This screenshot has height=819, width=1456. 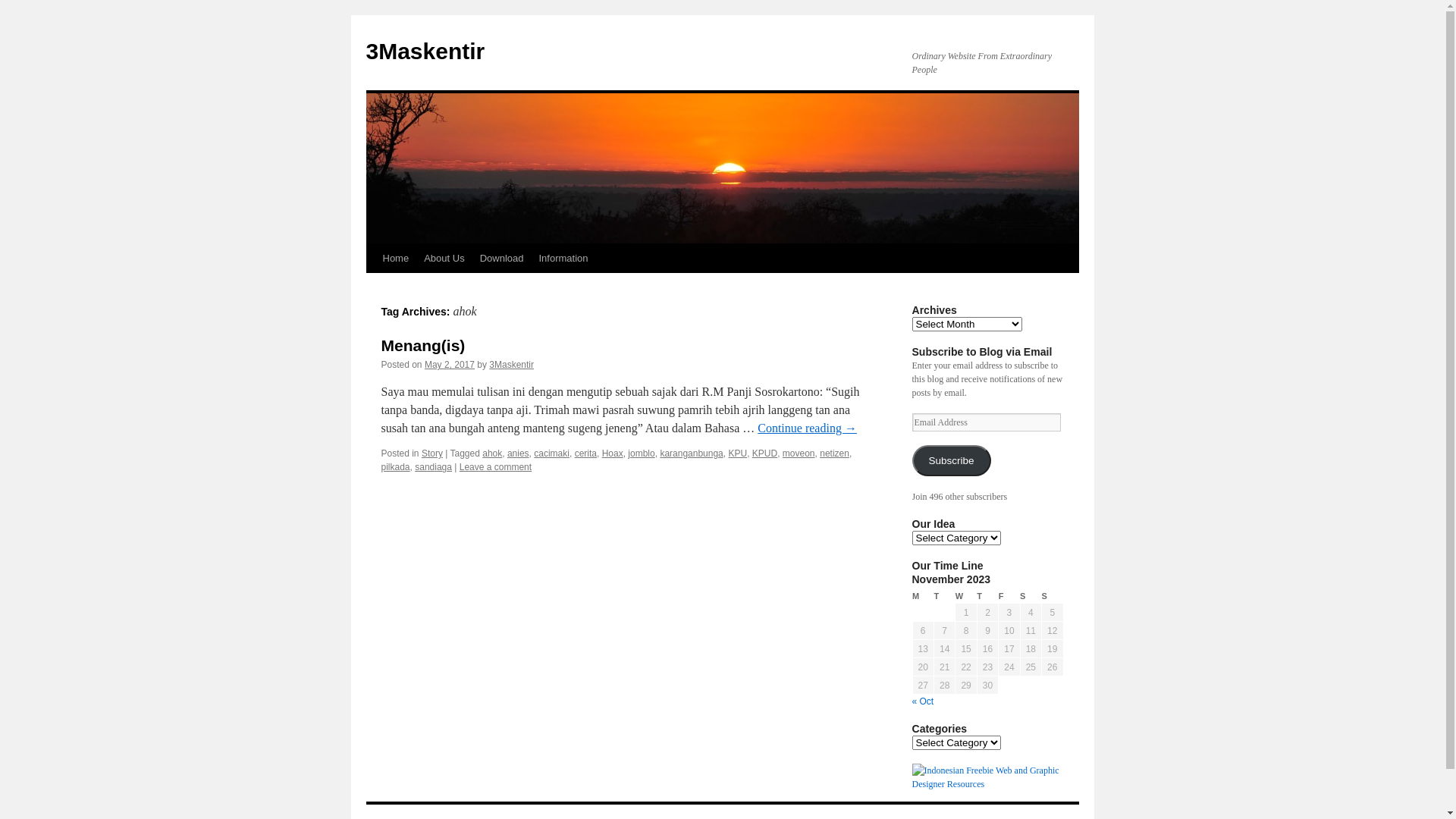 What do you see at coordinates (381, 345) in the screenshot?
I see `'Menang(is)'` at bounding box center [381, 345].